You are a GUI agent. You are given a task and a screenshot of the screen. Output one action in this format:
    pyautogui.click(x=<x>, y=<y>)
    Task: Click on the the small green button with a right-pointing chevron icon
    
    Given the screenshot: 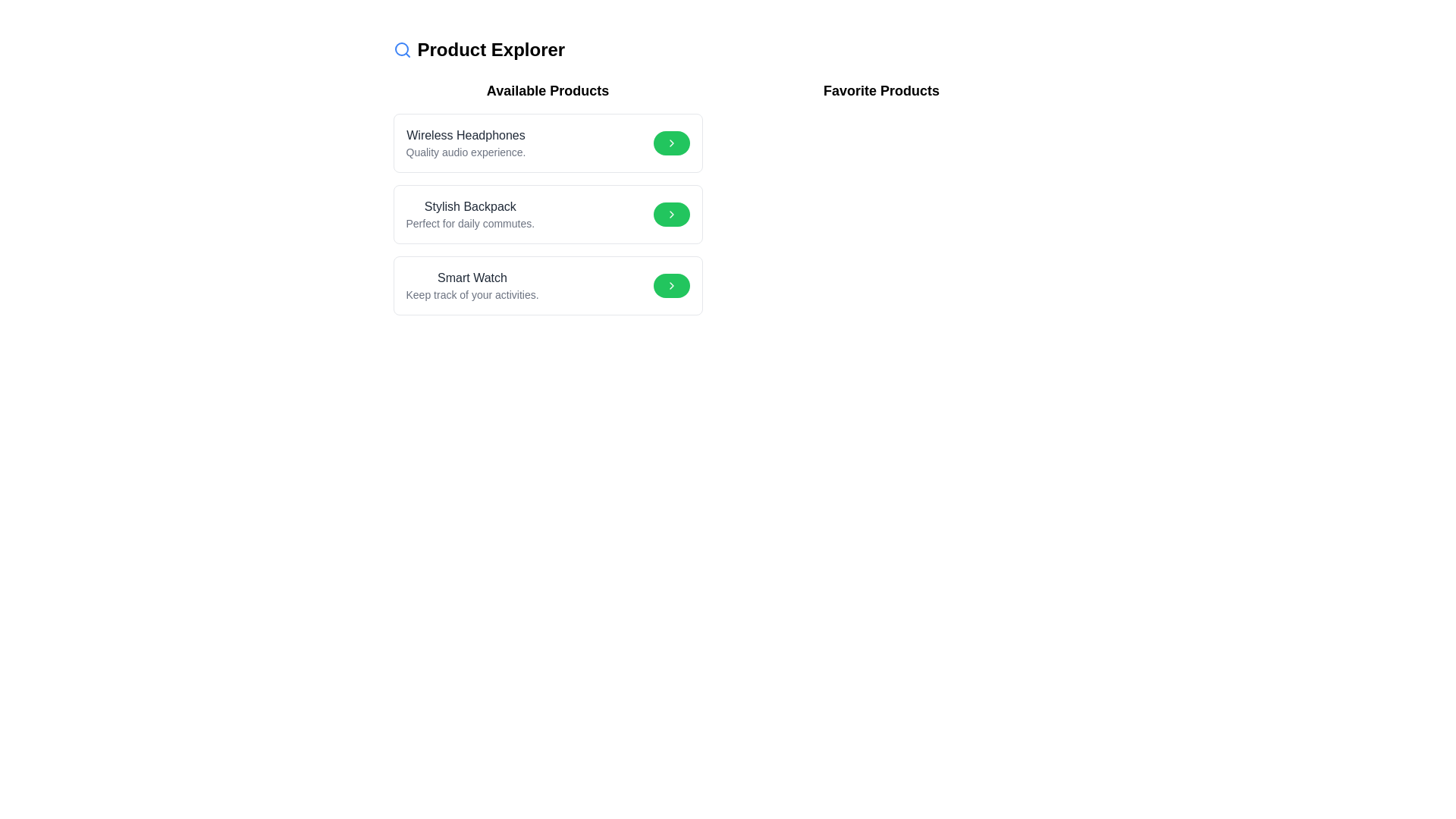 What is the action you would take?
    pyautogui.click(x=670, y=214)
    